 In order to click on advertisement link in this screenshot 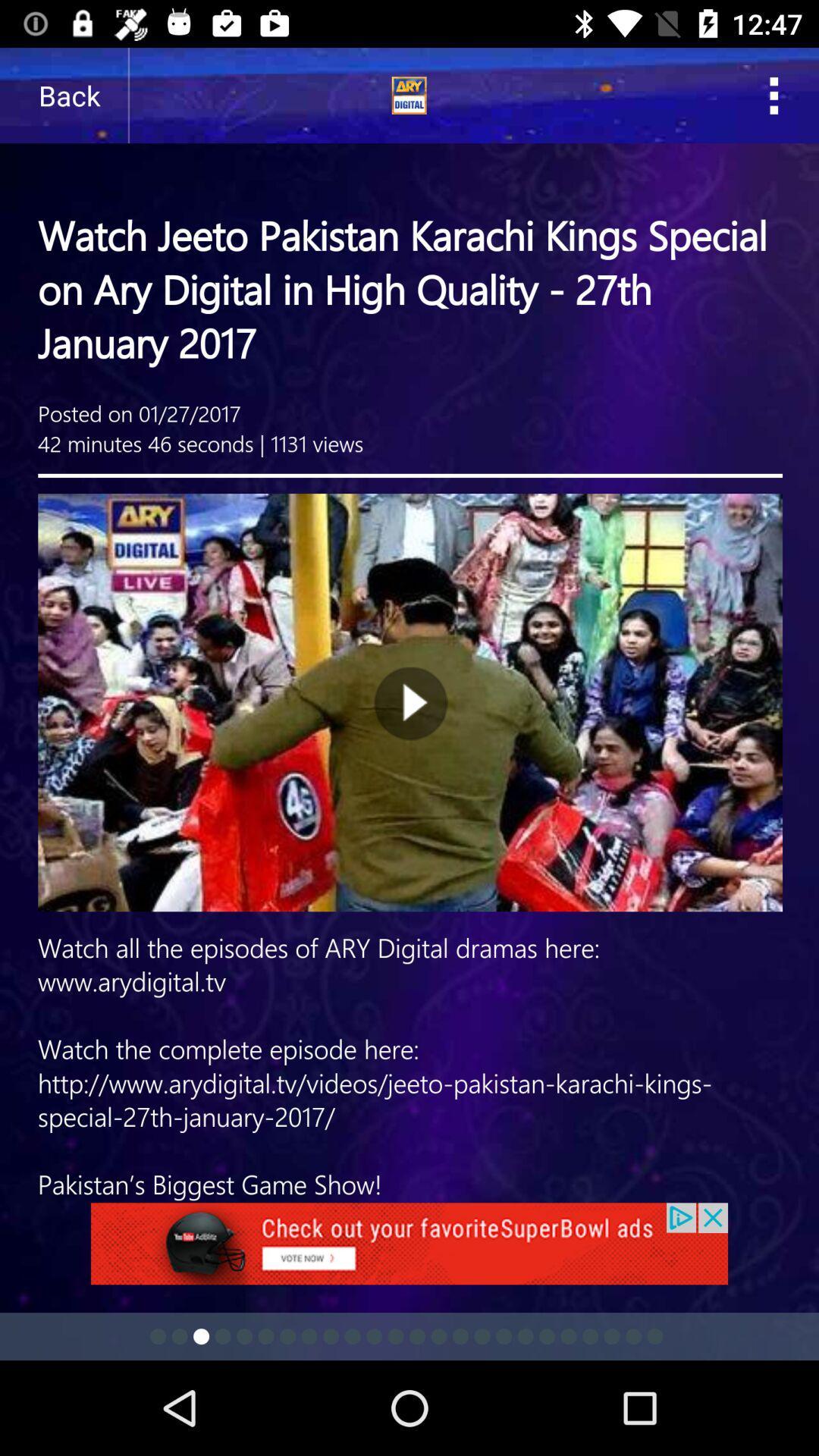, I will do `click(409, 1252)`.